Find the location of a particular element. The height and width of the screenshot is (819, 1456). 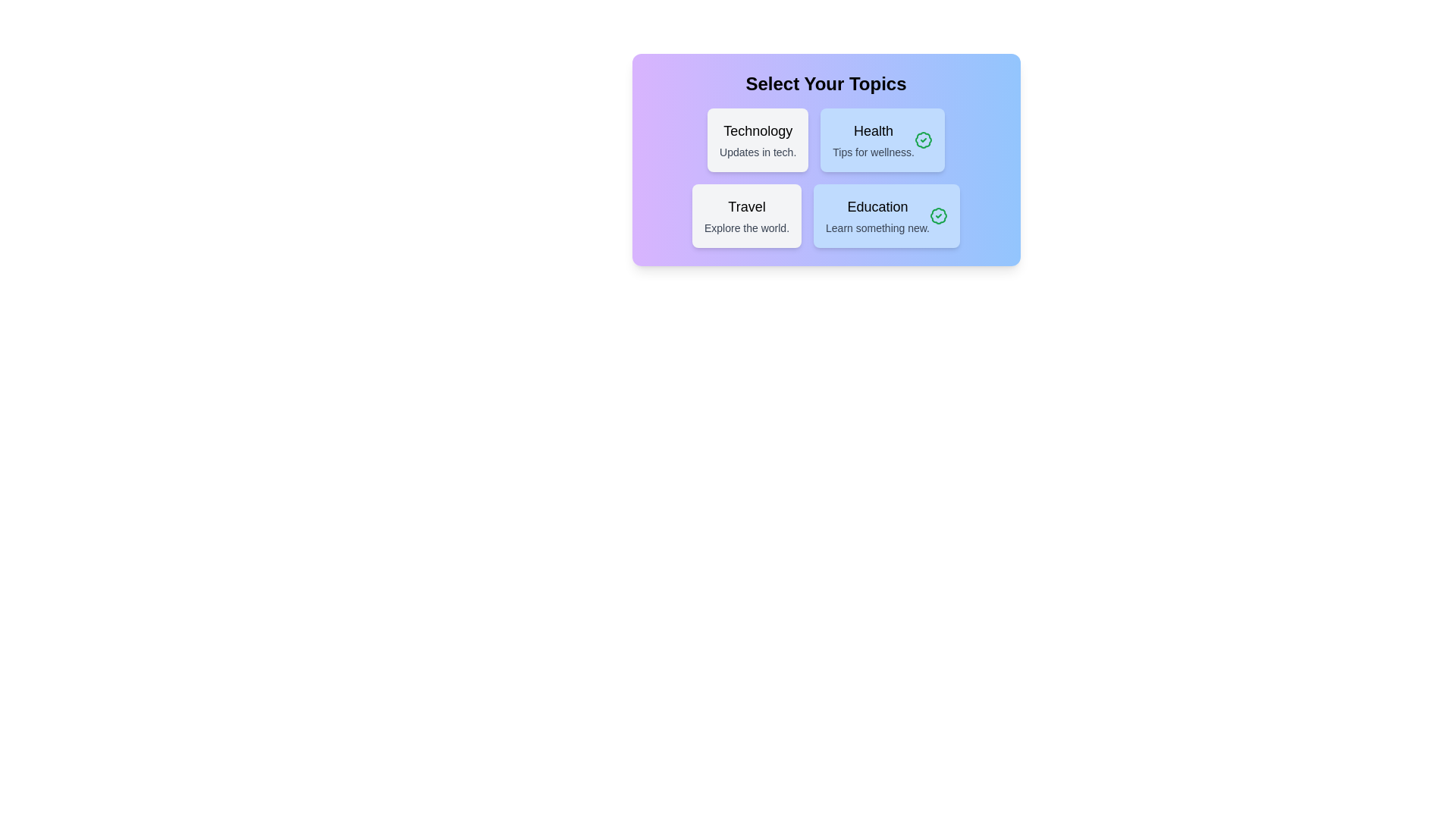

the description of the chip labeled Technology is located at coordinates (758, 140).